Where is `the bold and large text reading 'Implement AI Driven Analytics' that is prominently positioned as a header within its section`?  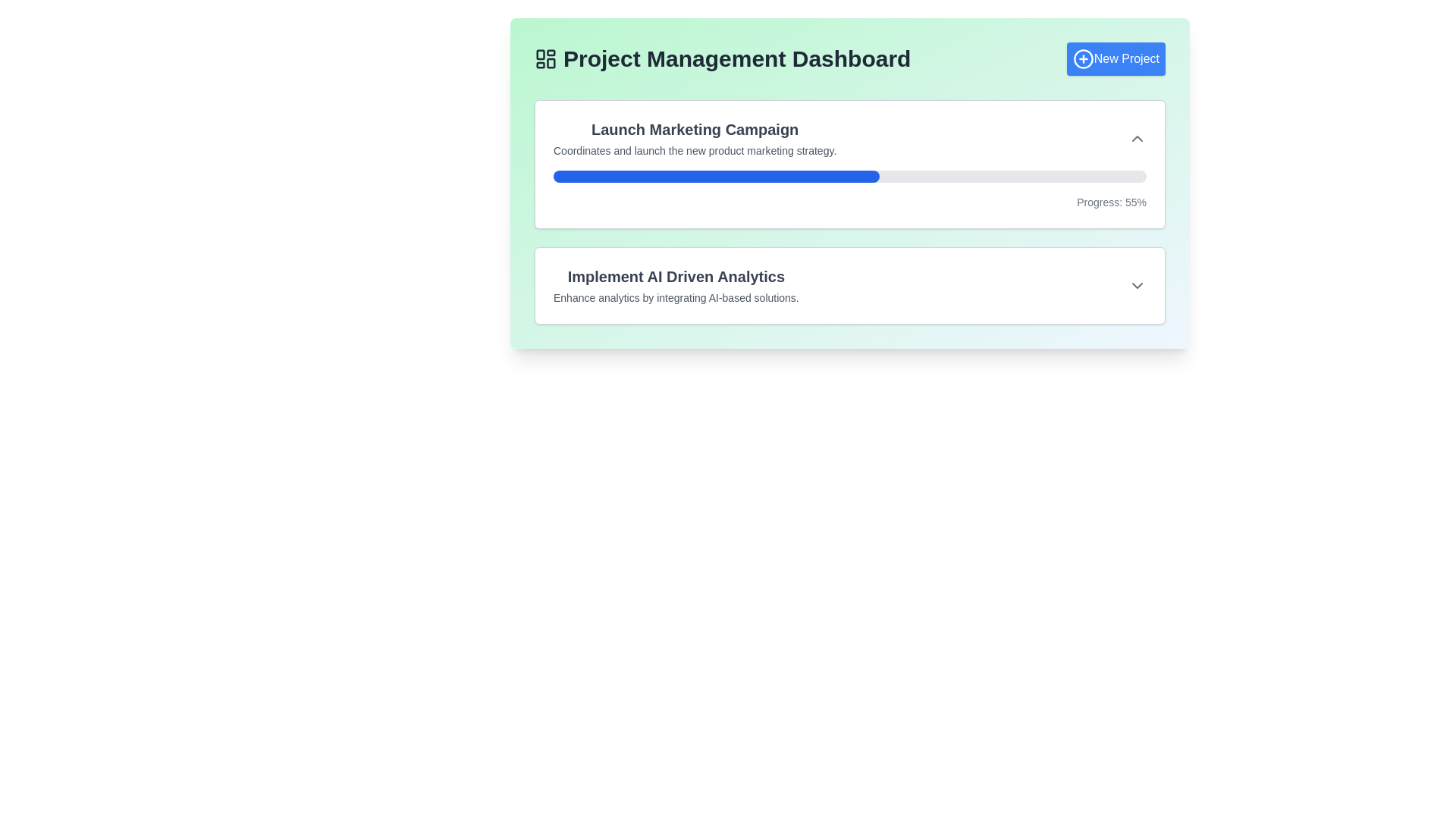
the bold and large text reading 'Implement AI Driven Analytics' that is prominently positioned as a header within its section is located at coordinates (675, 277).